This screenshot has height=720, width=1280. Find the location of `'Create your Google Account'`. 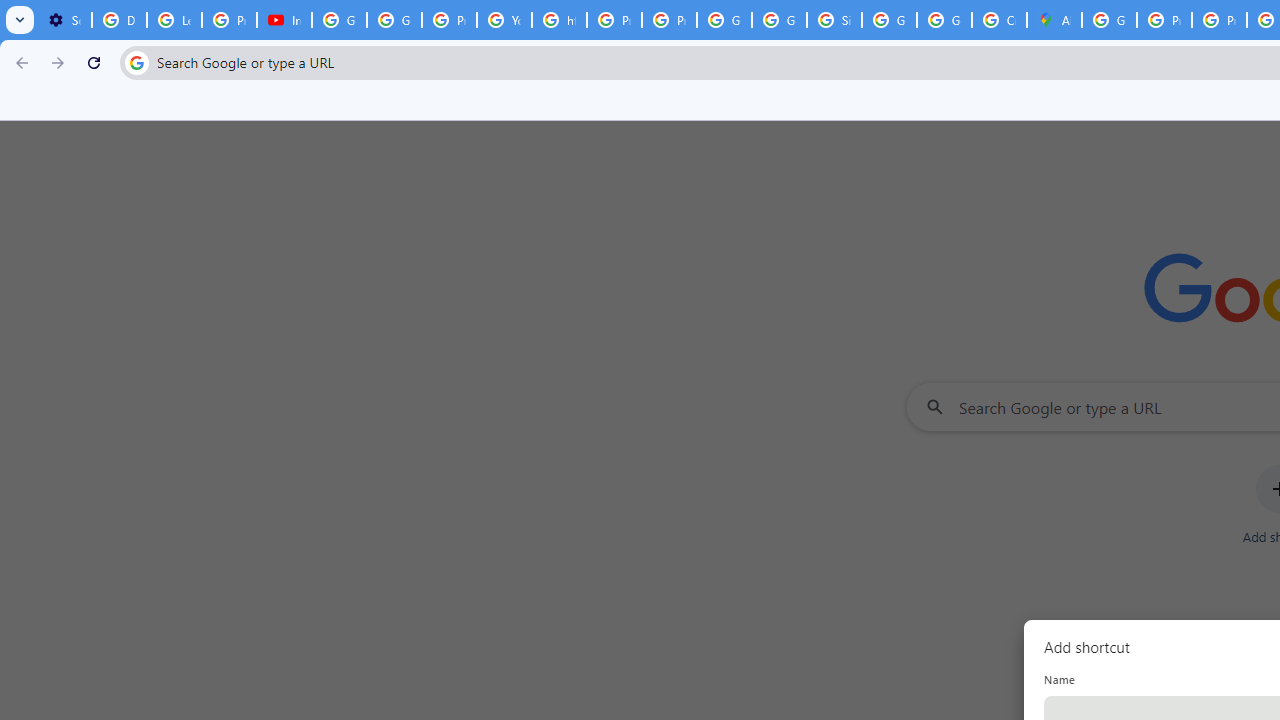

'Create your Google Account' is located at coordinates (999, 20).